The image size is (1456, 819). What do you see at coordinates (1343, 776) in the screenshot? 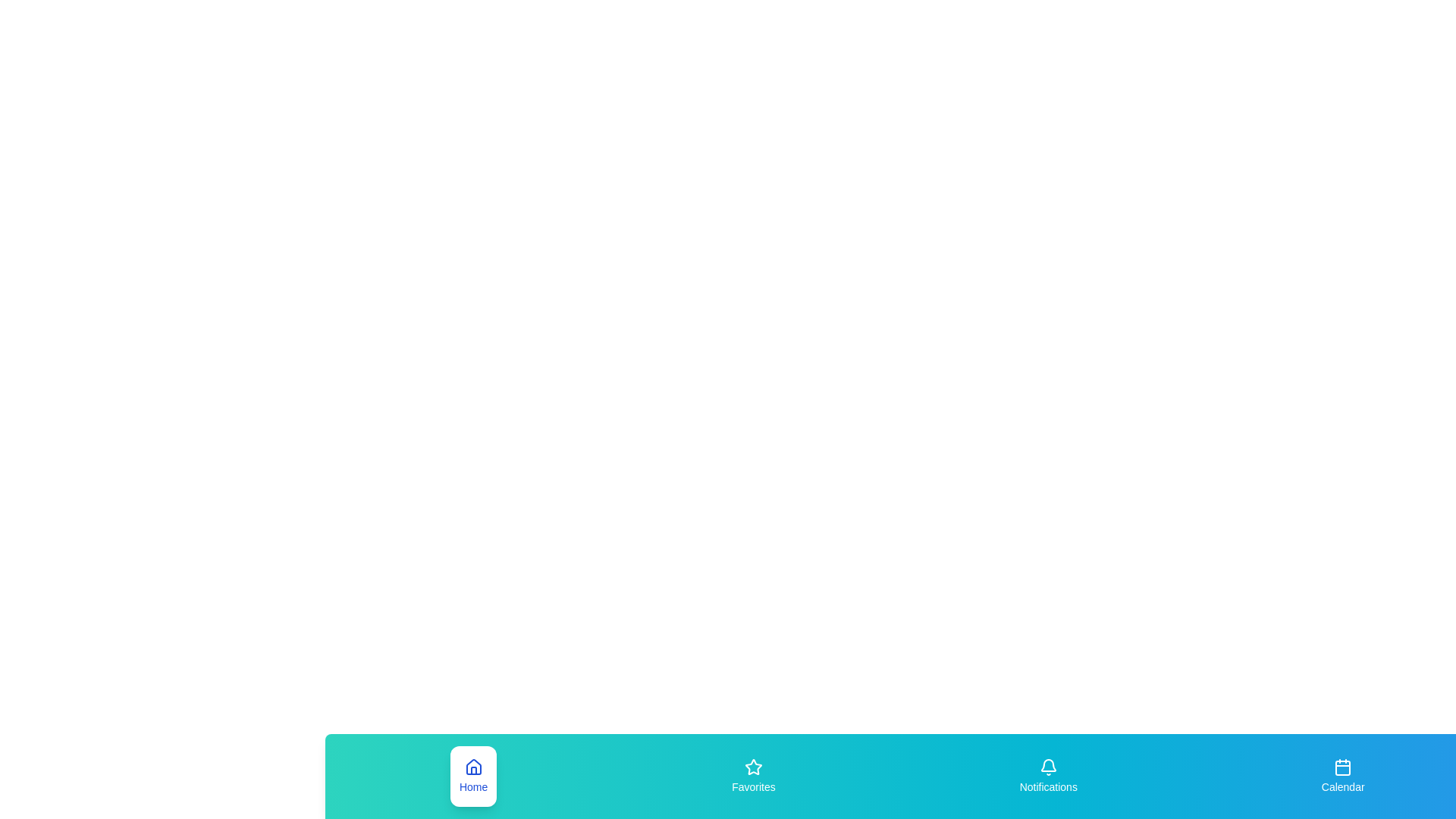
I see `the Calendar button to inspect its tooltip` at bounding box center [1343, 776].